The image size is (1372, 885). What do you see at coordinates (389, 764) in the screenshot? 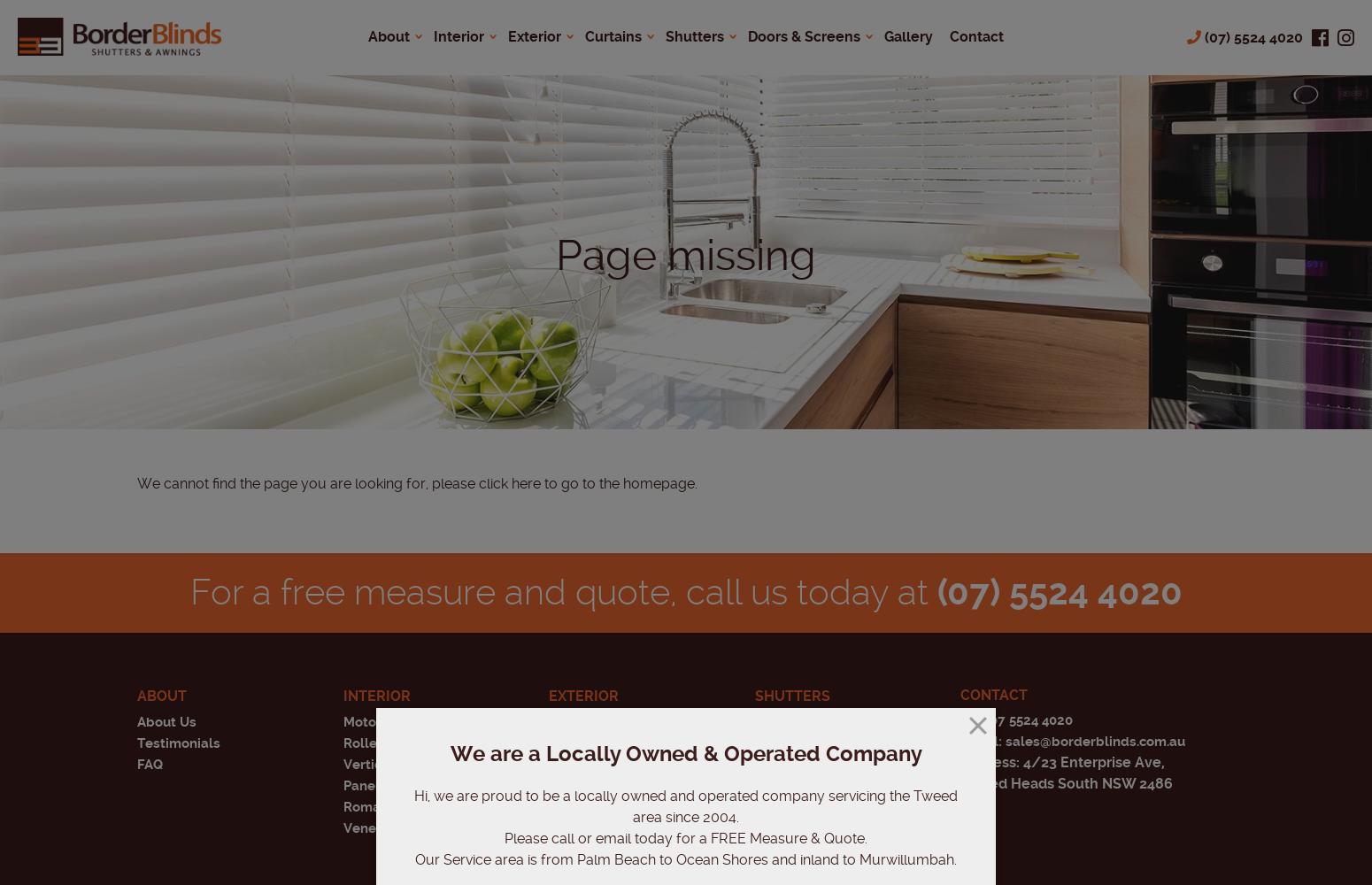
I see `'Vertical Blinds'` at bounding box center [389, 764].